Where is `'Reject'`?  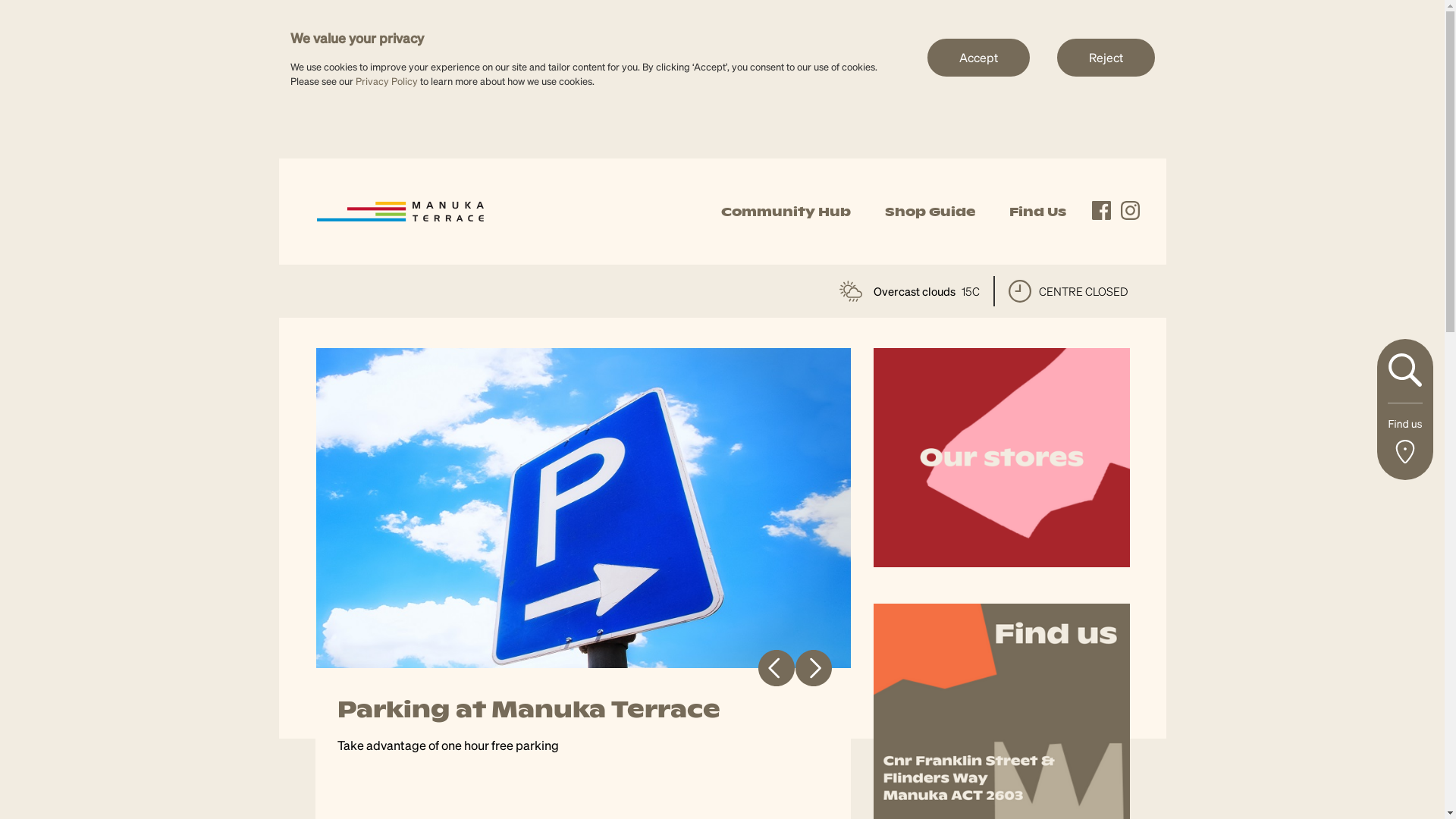
'Reject' is located at coordinates (1106, 55).